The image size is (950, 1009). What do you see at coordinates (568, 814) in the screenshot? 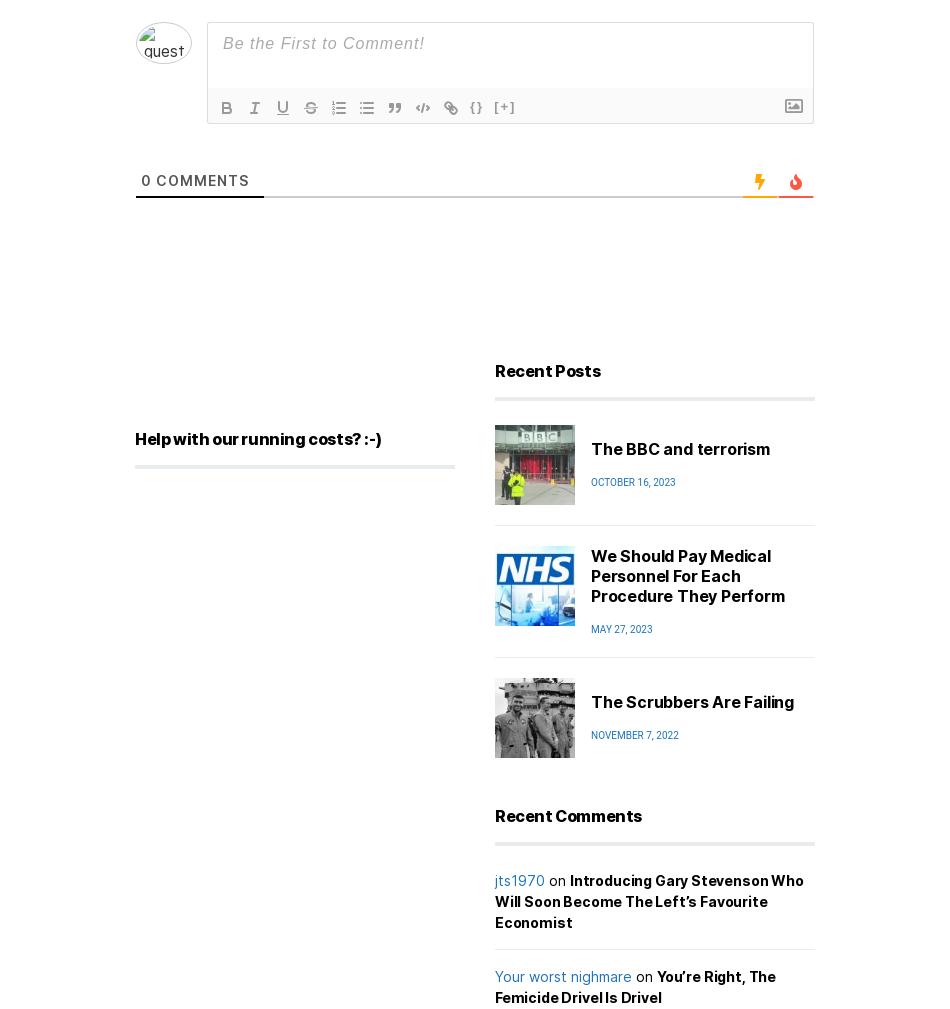
I see `'Recent Comments'` at bounding box center [568, 814].